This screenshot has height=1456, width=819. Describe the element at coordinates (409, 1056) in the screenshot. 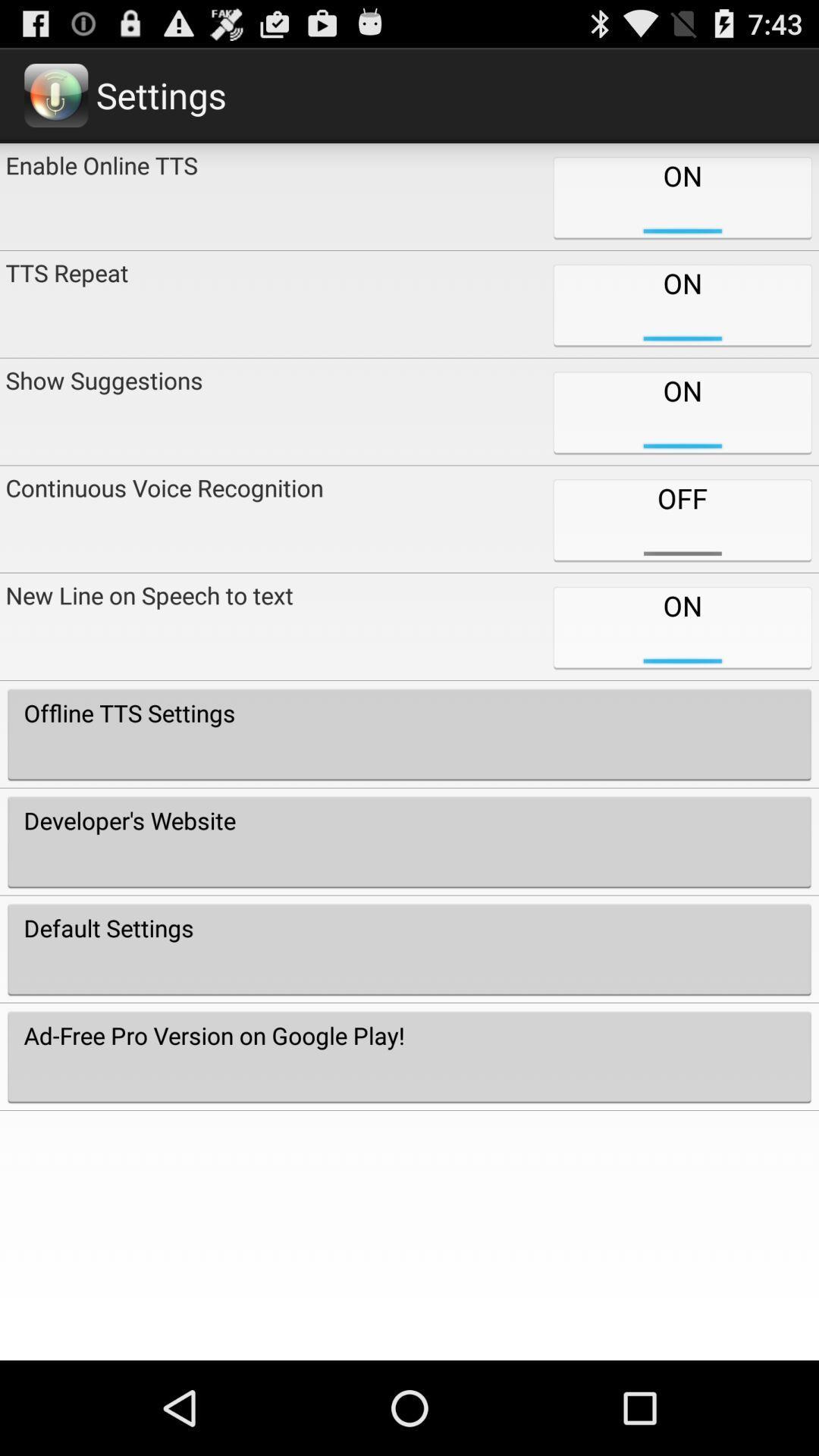

I see `the ad free pro button` at that location.